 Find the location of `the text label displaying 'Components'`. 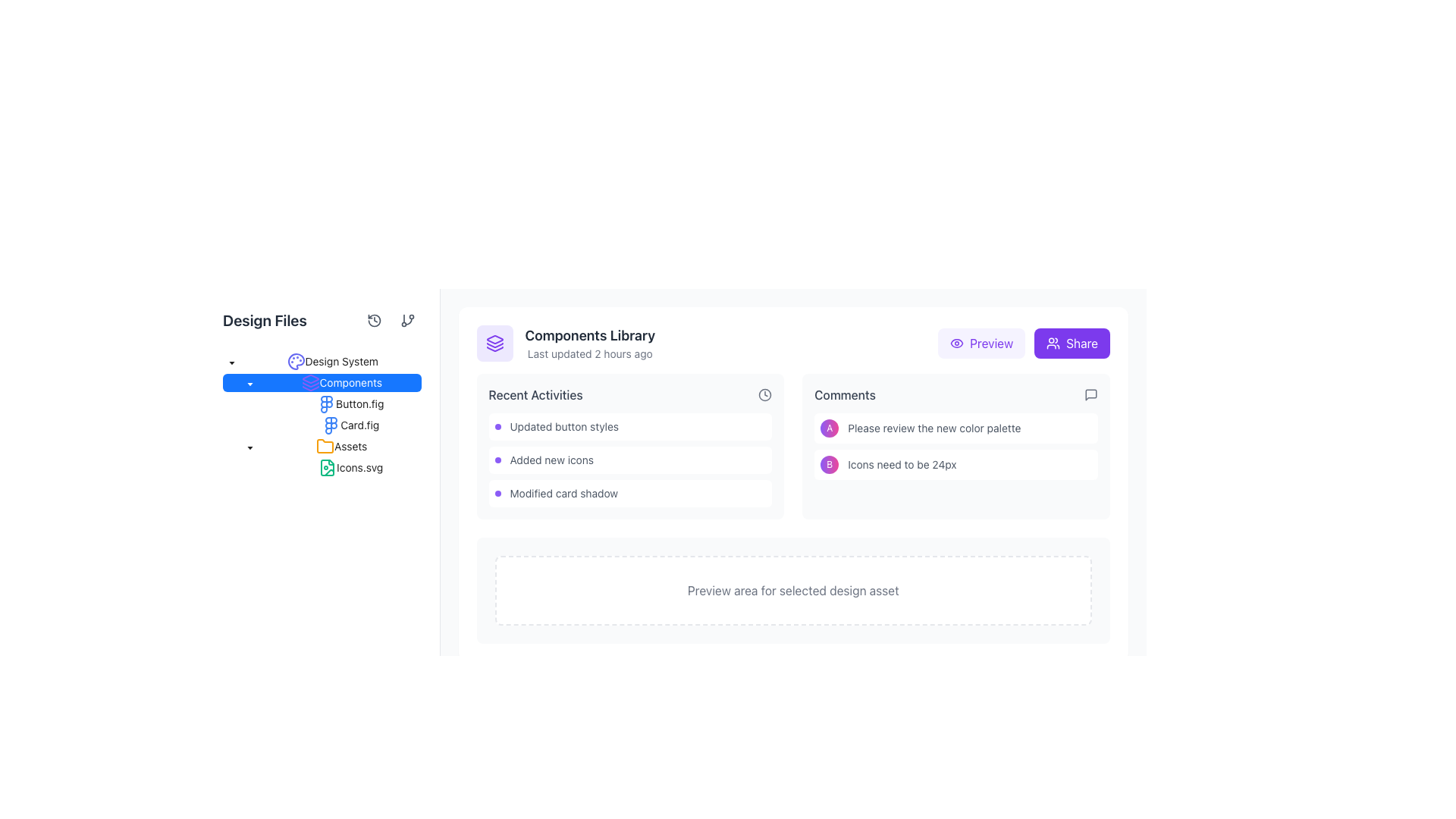

the text label displaying 'Components' is located at coordinates (350, 381).